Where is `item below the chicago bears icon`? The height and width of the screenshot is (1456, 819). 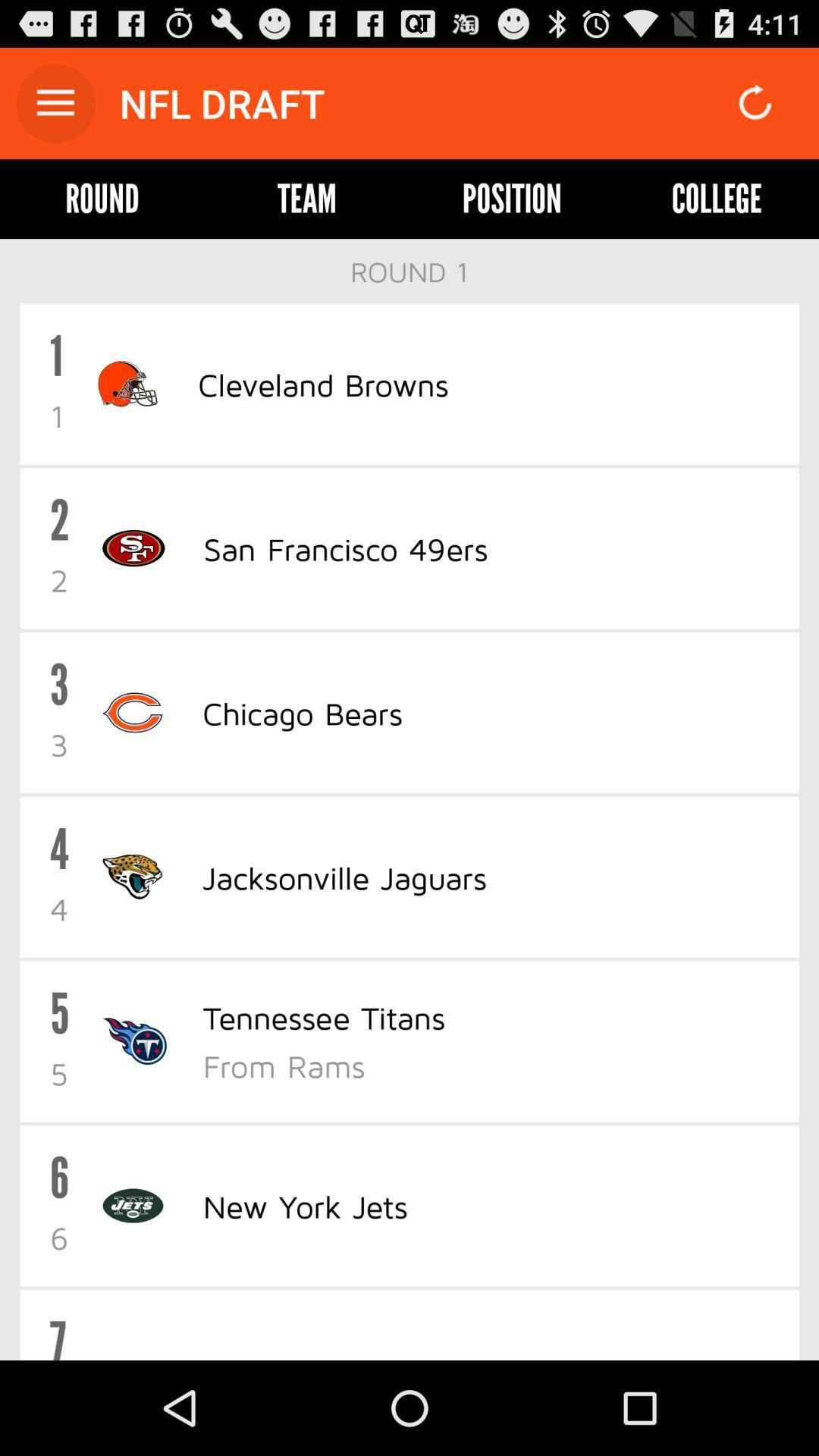 item below the chicago bears icon is located at coordinates (344, 877).